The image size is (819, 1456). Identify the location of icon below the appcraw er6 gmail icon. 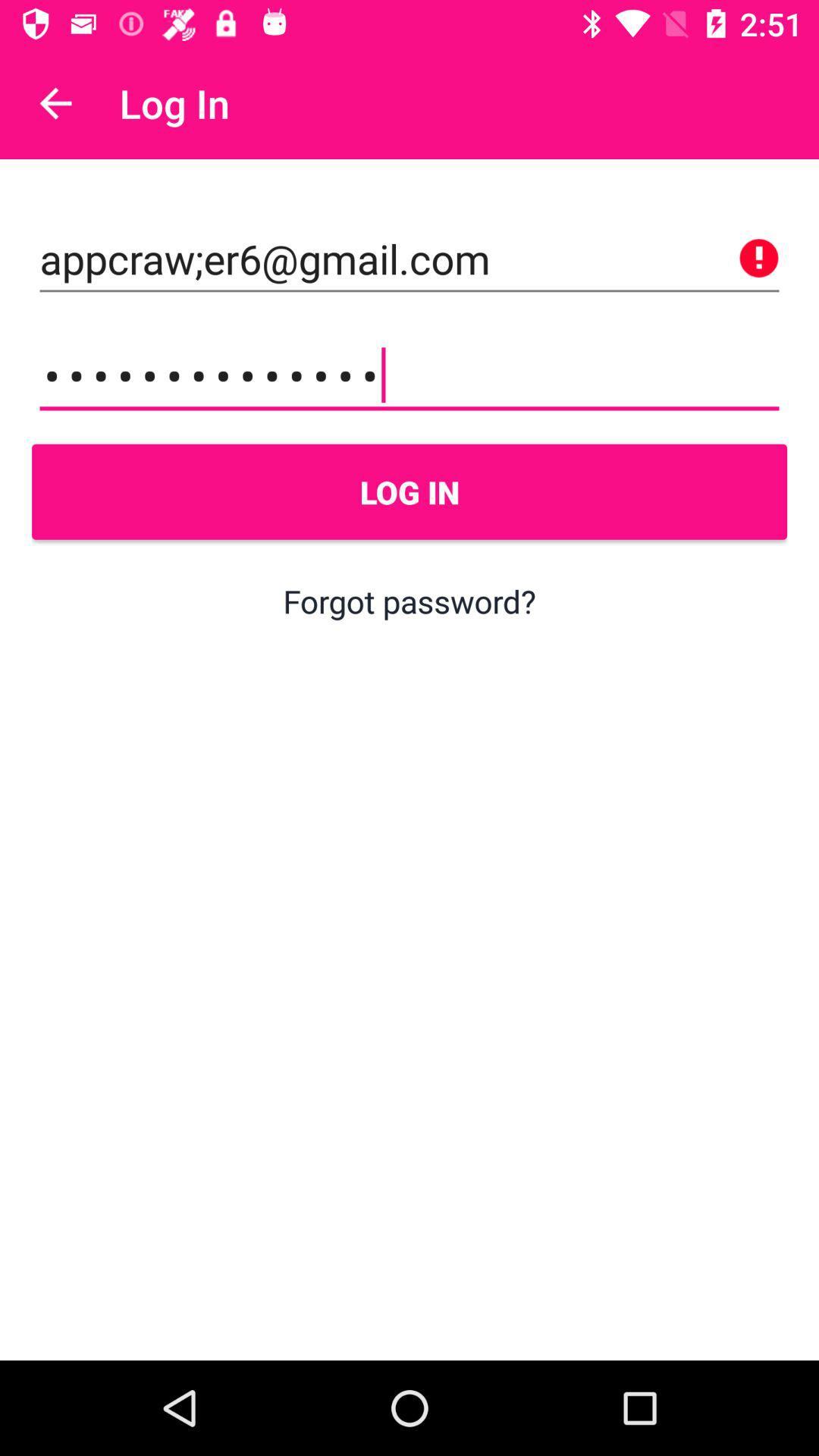
(409, 375).